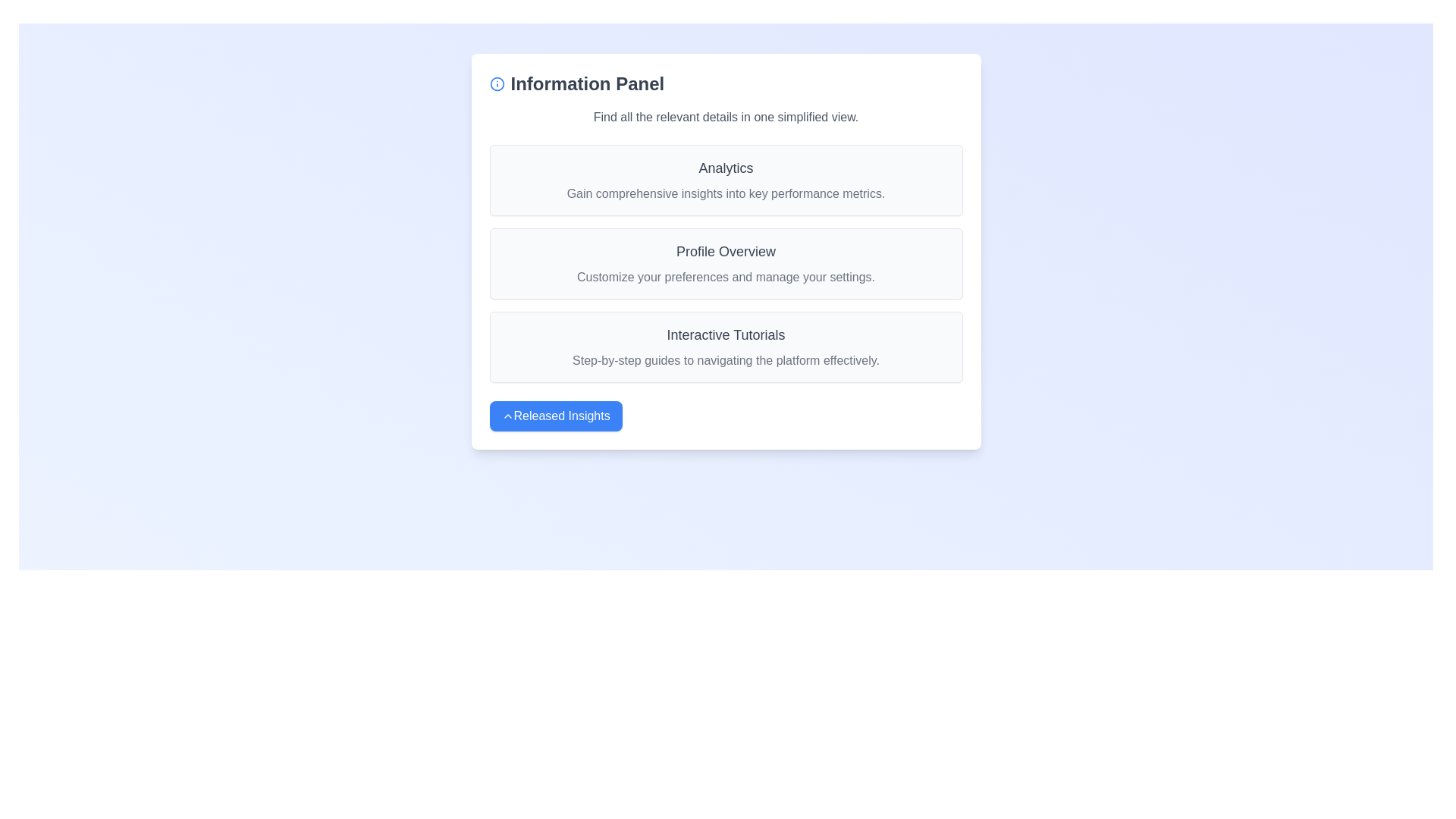  I want to click on the Label or Header Text at the upper part of the card within the information panel, which serves as a title for the card's contents, so click(725, 168).